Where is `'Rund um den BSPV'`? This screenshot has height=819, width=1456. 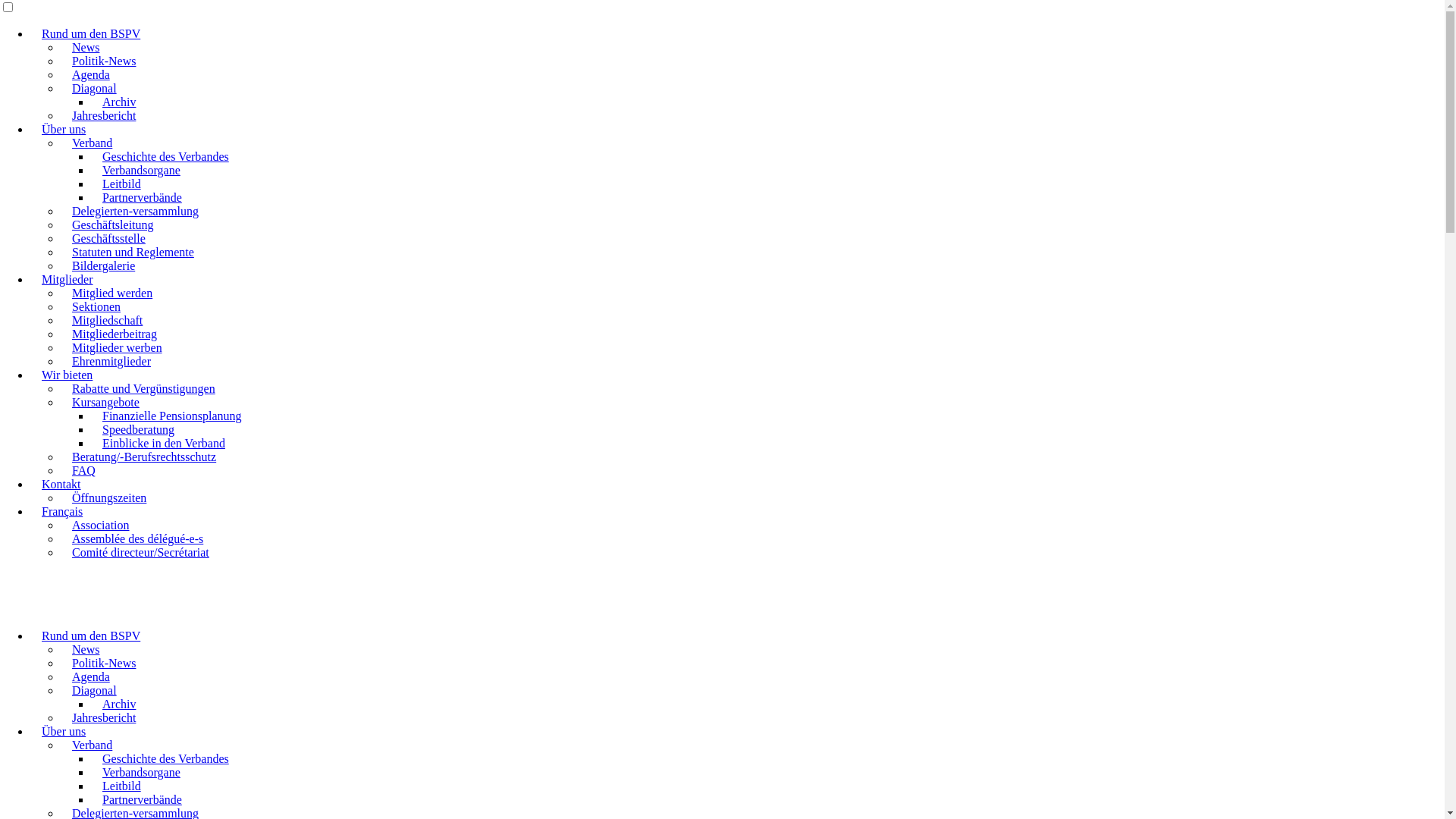
'Rund um den BSPV' is located at coordinates (90, 33).